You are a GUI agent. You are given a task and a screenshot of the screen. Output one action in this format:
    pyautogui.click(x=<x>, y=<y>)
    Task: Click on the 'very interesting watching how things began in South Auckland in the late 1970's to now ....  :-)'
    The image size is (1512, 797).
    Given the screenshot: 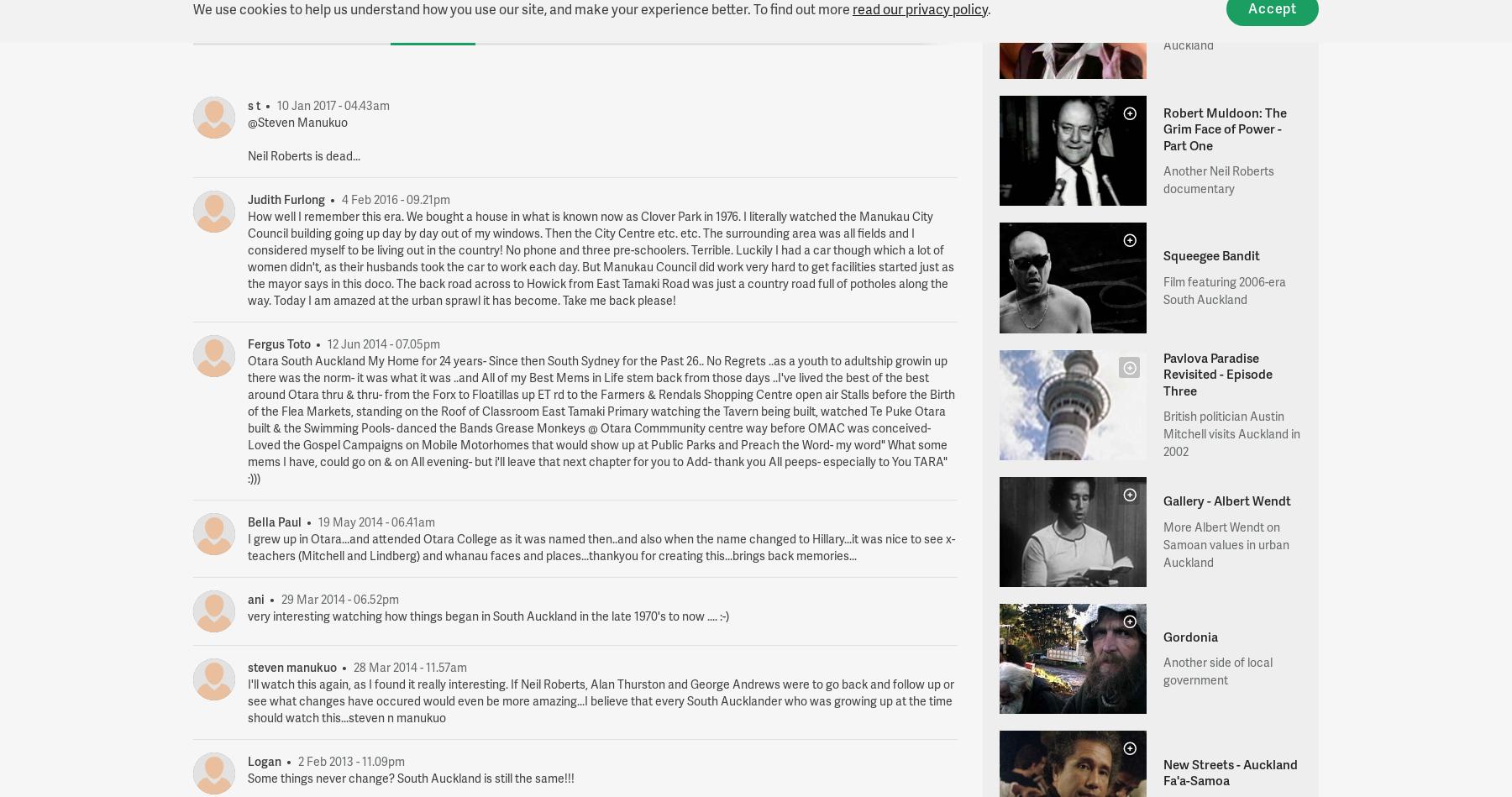 What is the action you would take?
    pyautogui.click(x=488, y=615)
    